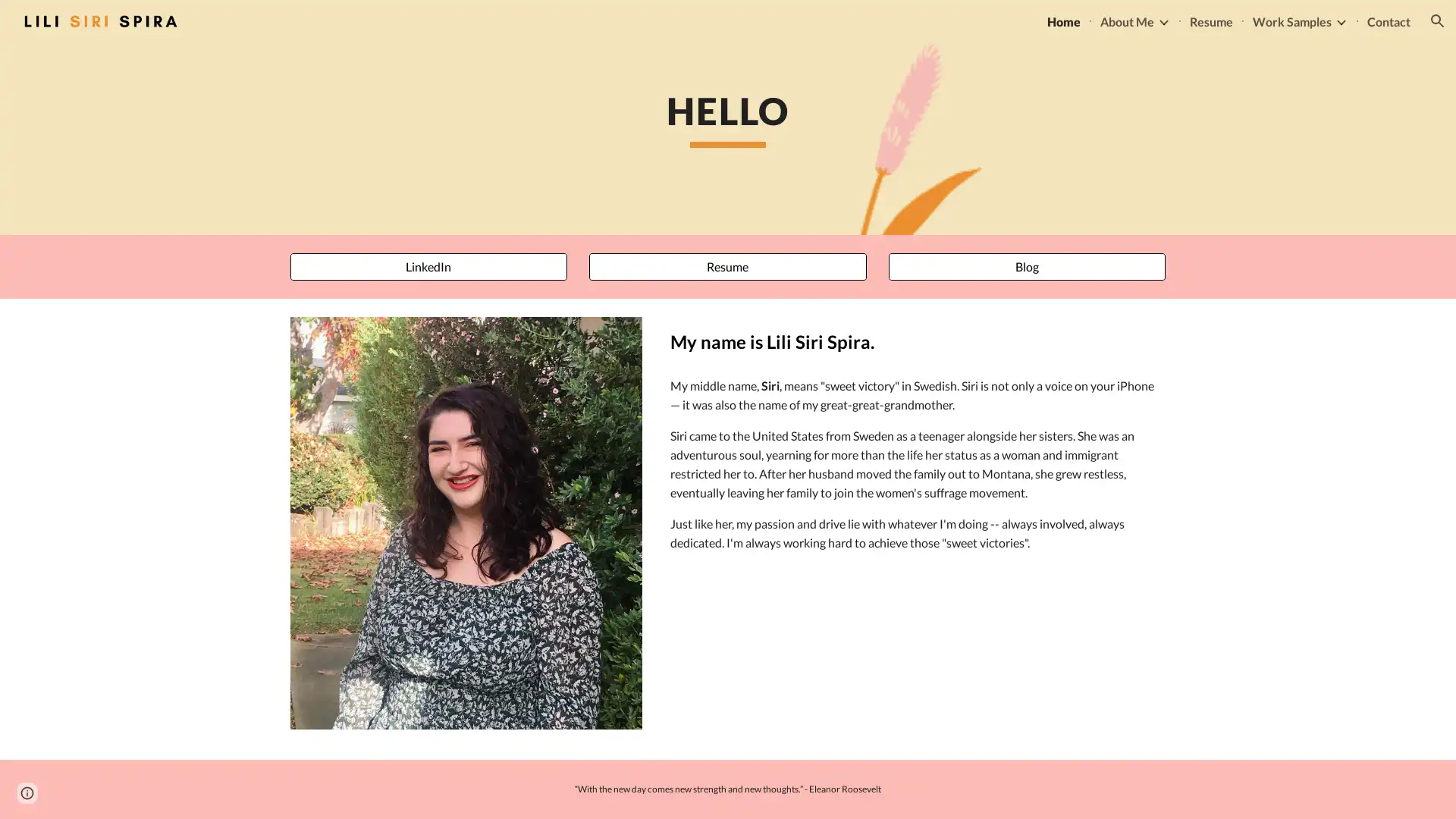  Describe the element at coordinates (73, 792) in the screenshot. I see `Google Sites` at that location.